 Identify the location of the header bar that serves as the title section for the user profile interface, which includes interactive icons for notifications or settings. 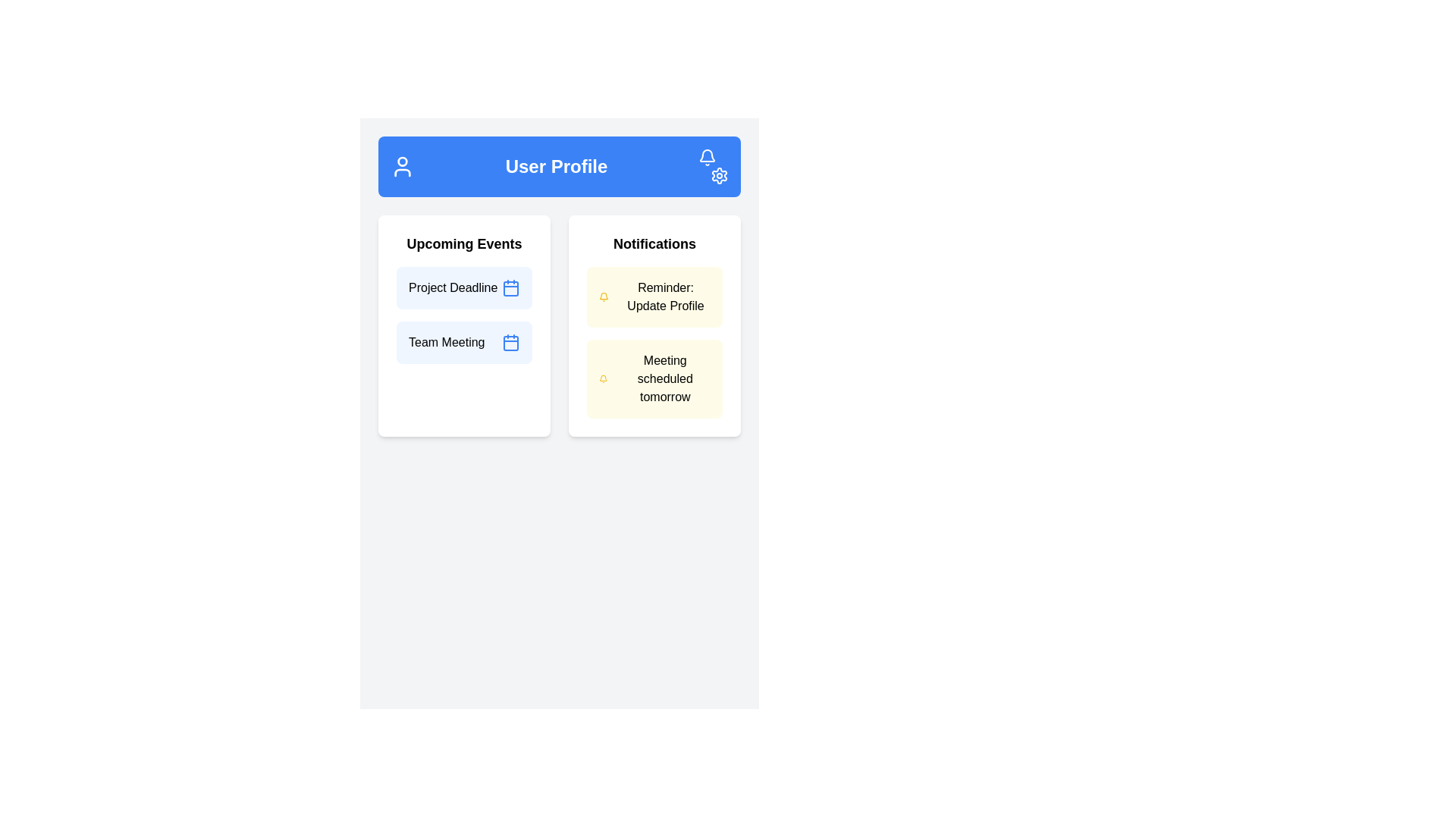
(559, 166).